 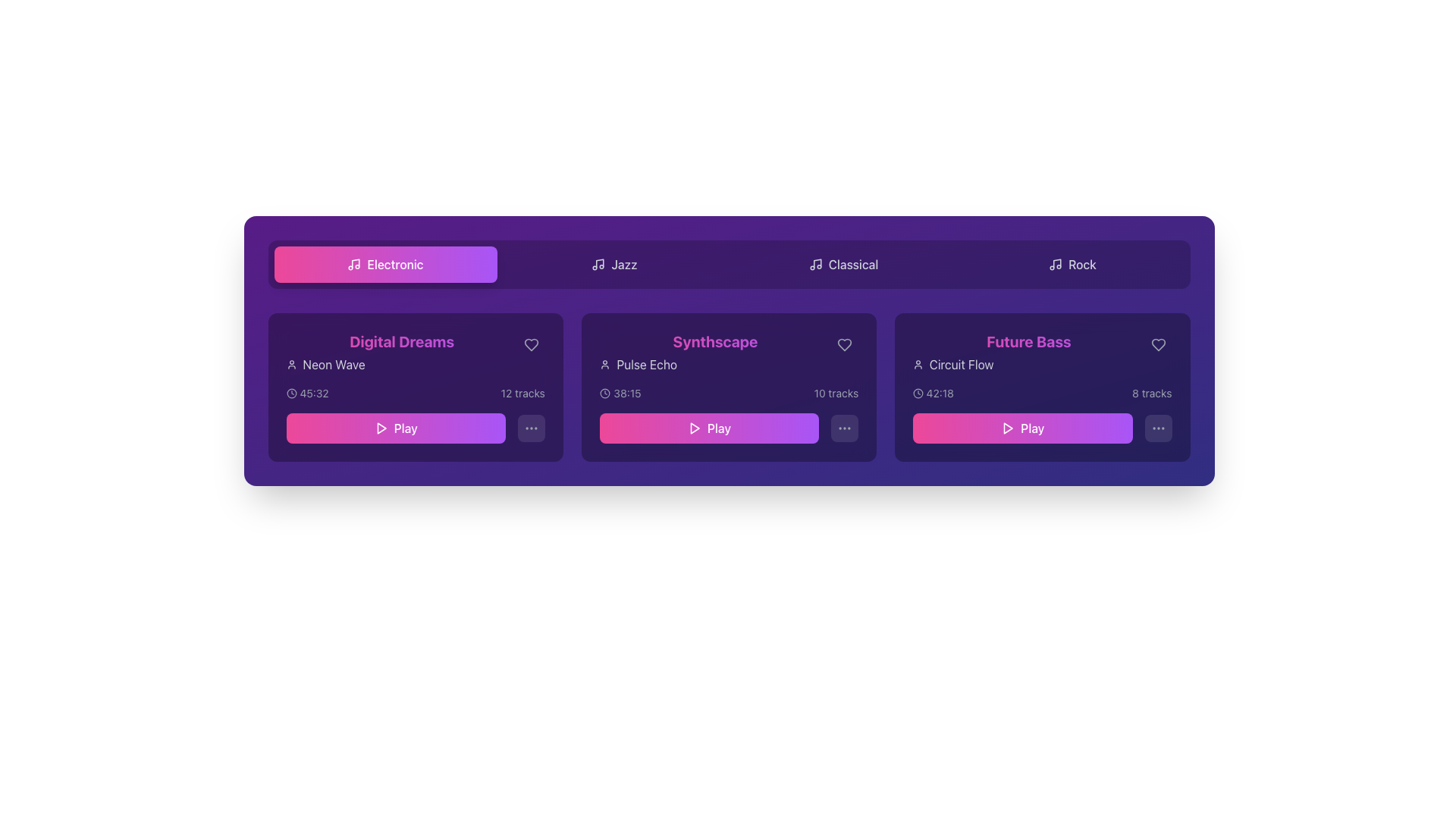 I want to click on the playback button for 'Digital Dreams', located at the bottom of the first card in a row of three cards, so click(x=416, y=428).